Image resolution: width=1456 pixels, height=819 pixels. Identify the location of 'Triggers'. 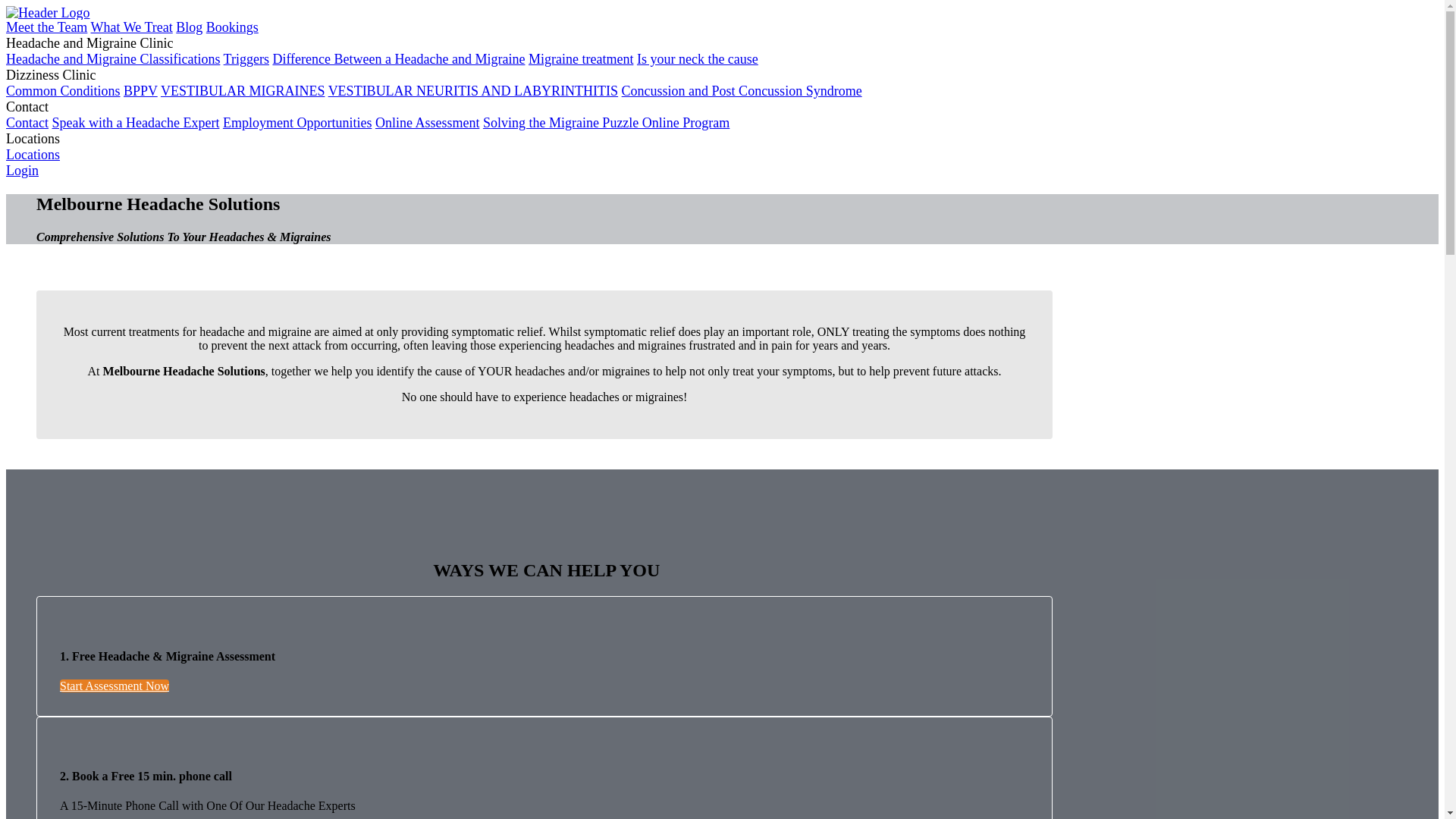
(246, 58).